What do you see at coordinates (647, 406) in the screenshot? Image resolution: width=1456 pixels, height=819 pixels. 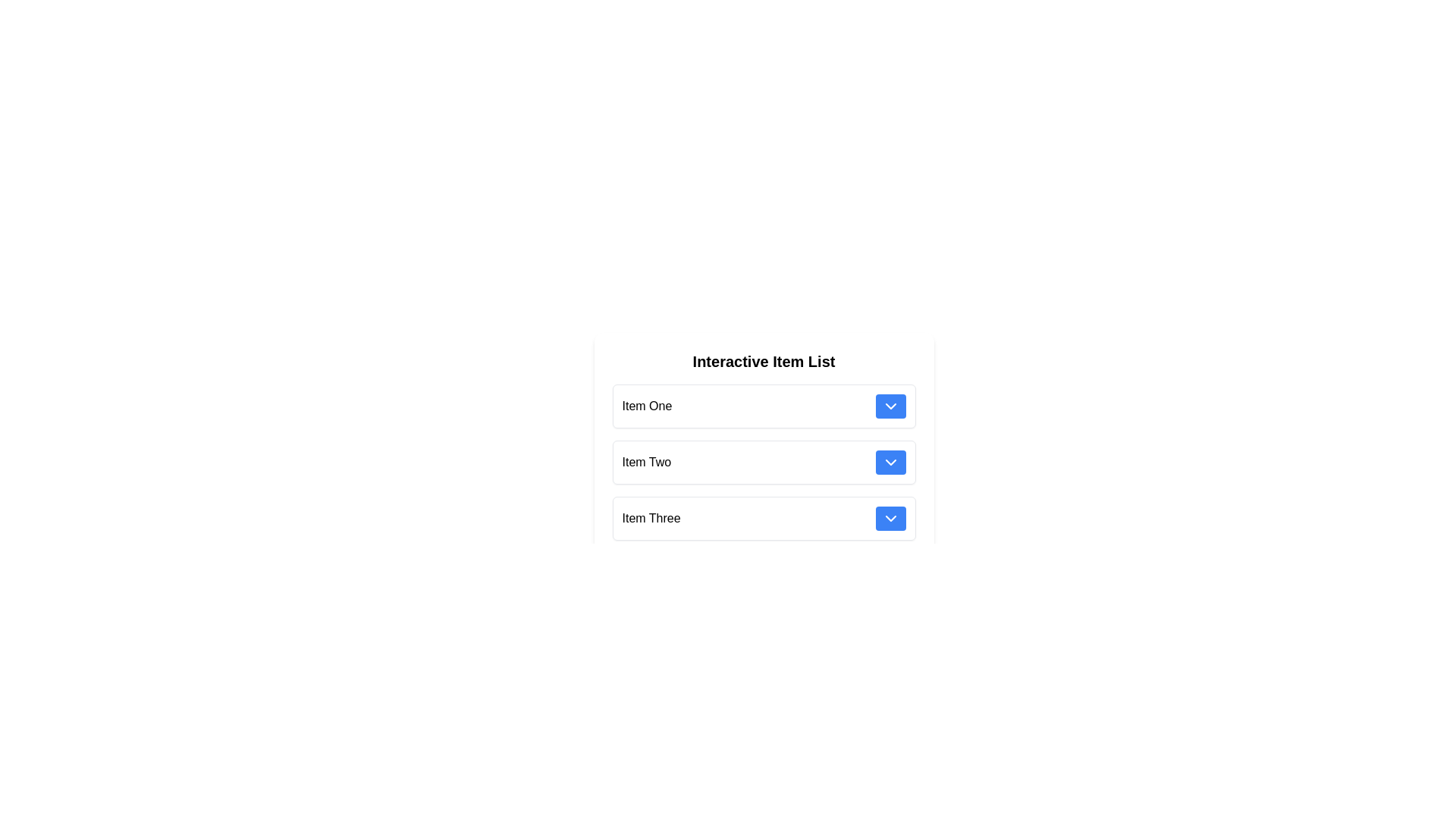 I see `the text label that serves as the entry title for the first item in the 'Interactive Item List', located to the left of a blue button and a dropdown arrow` at bounding box center [647, 406].